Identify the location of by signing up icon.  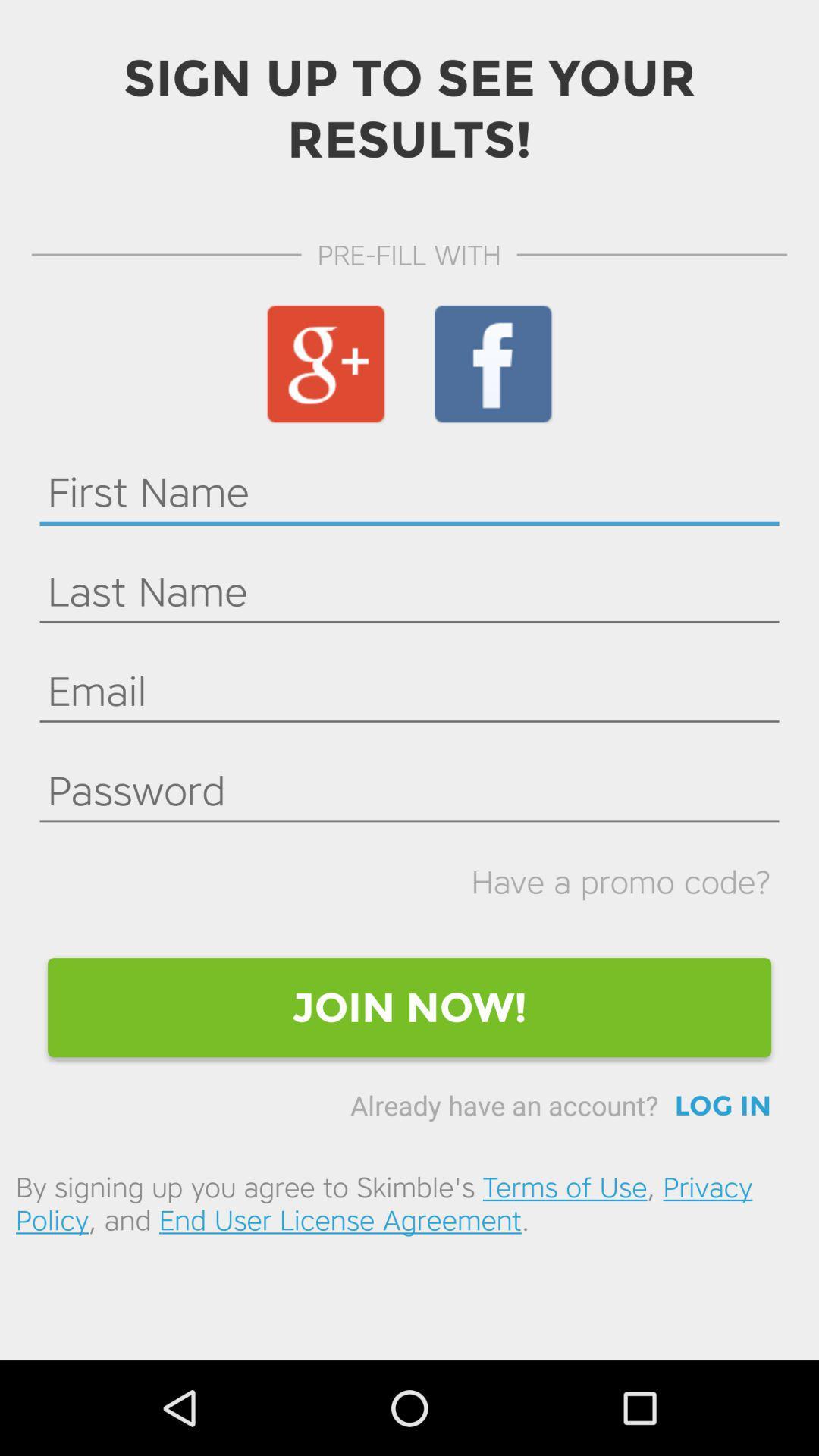
(409, 1203).